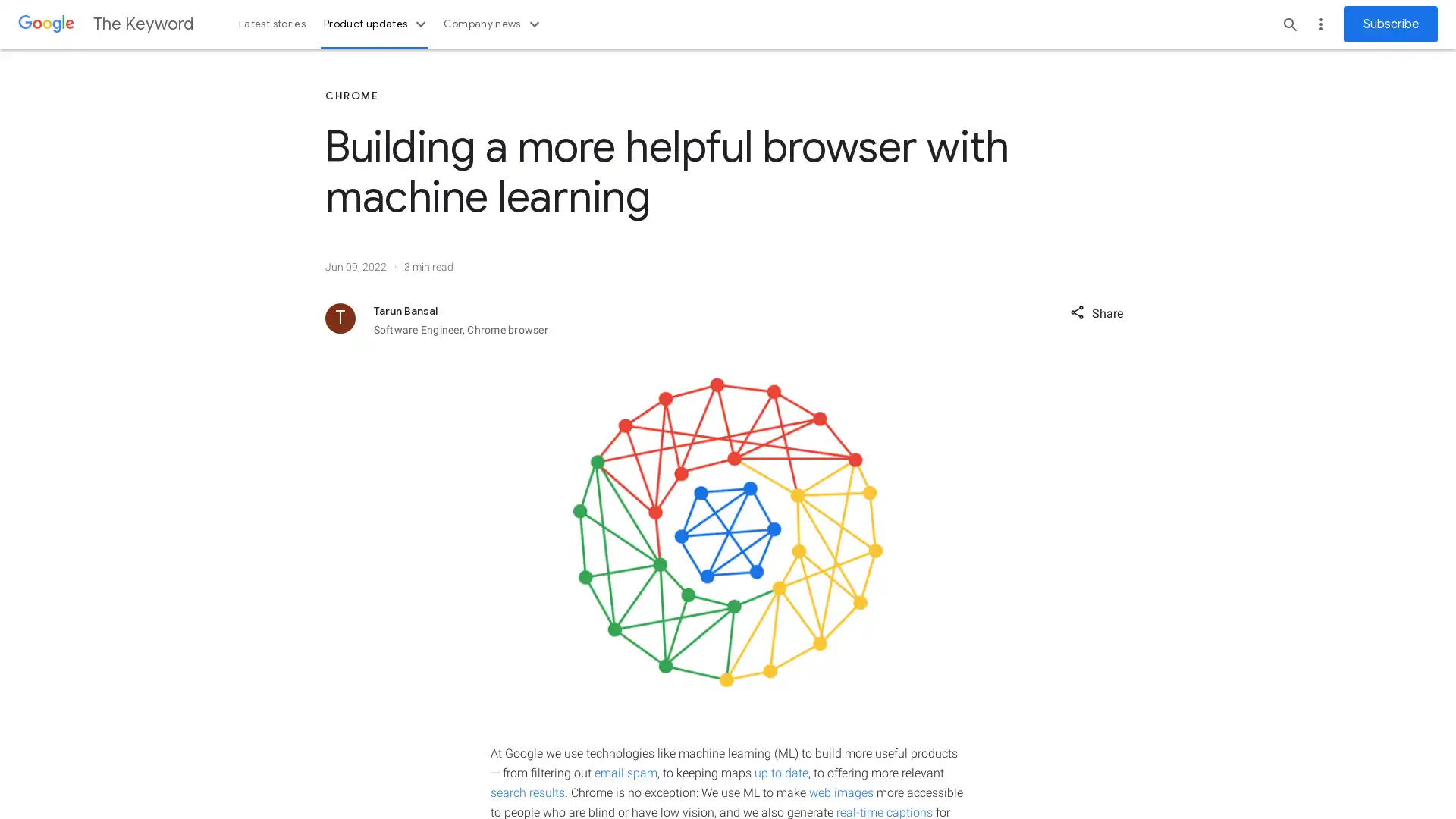  Describe the element at coordinates (1290, 24) in the screenshot. I see `Search` at that location.